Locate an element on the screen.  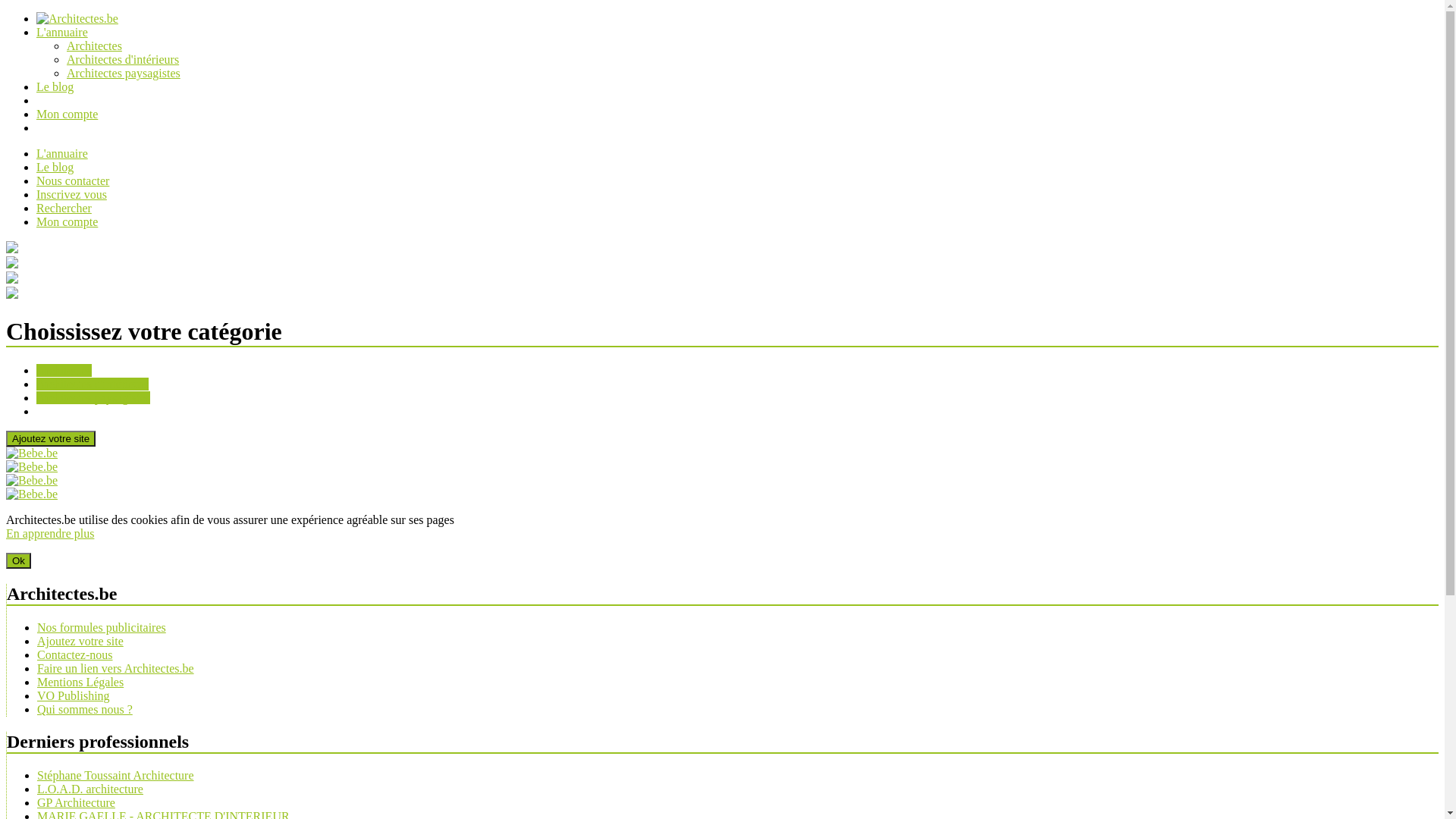
'Contactez-nous' is located at coordinates (74, 654).